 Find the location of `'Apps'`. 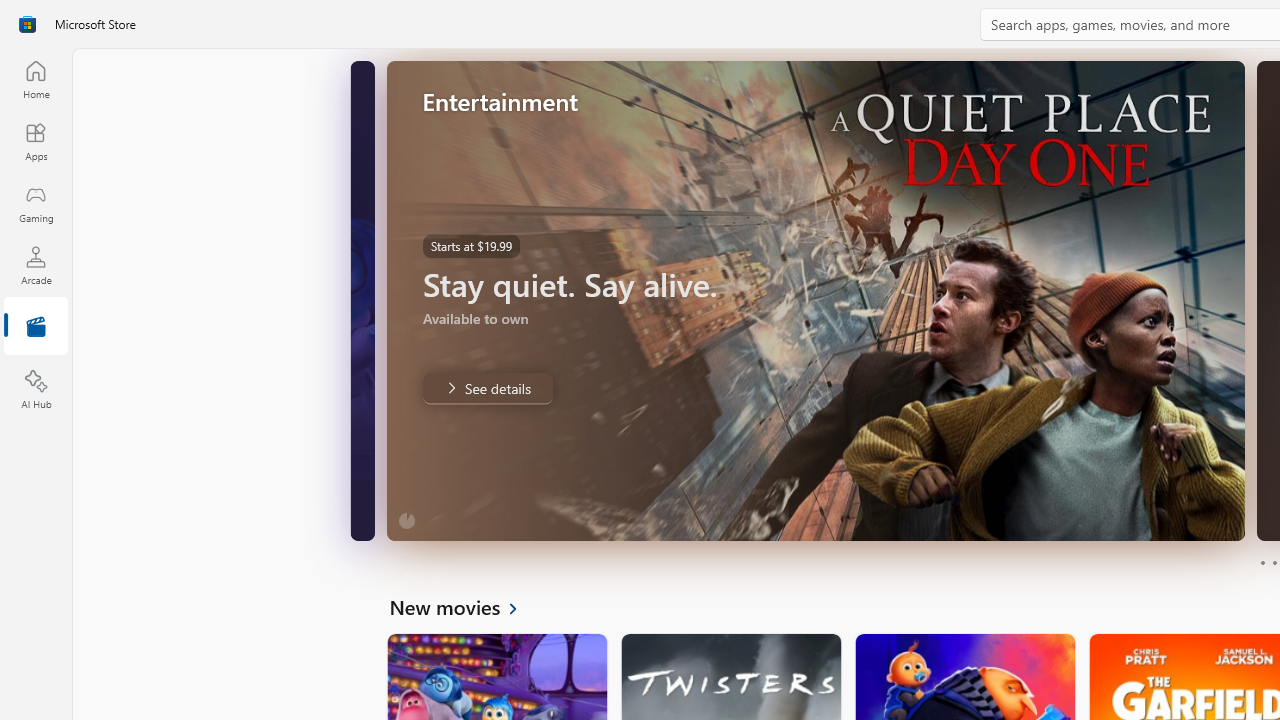

'Apps' is located at coordinates (35, 140).